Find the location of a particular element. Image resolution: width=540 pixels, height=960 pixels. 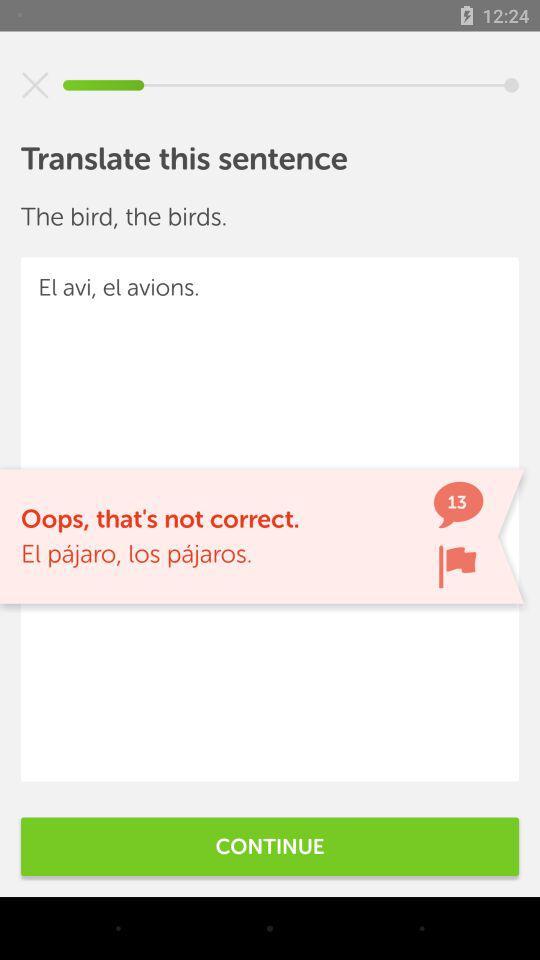

cancel an action is located at coordinates (35, 85).